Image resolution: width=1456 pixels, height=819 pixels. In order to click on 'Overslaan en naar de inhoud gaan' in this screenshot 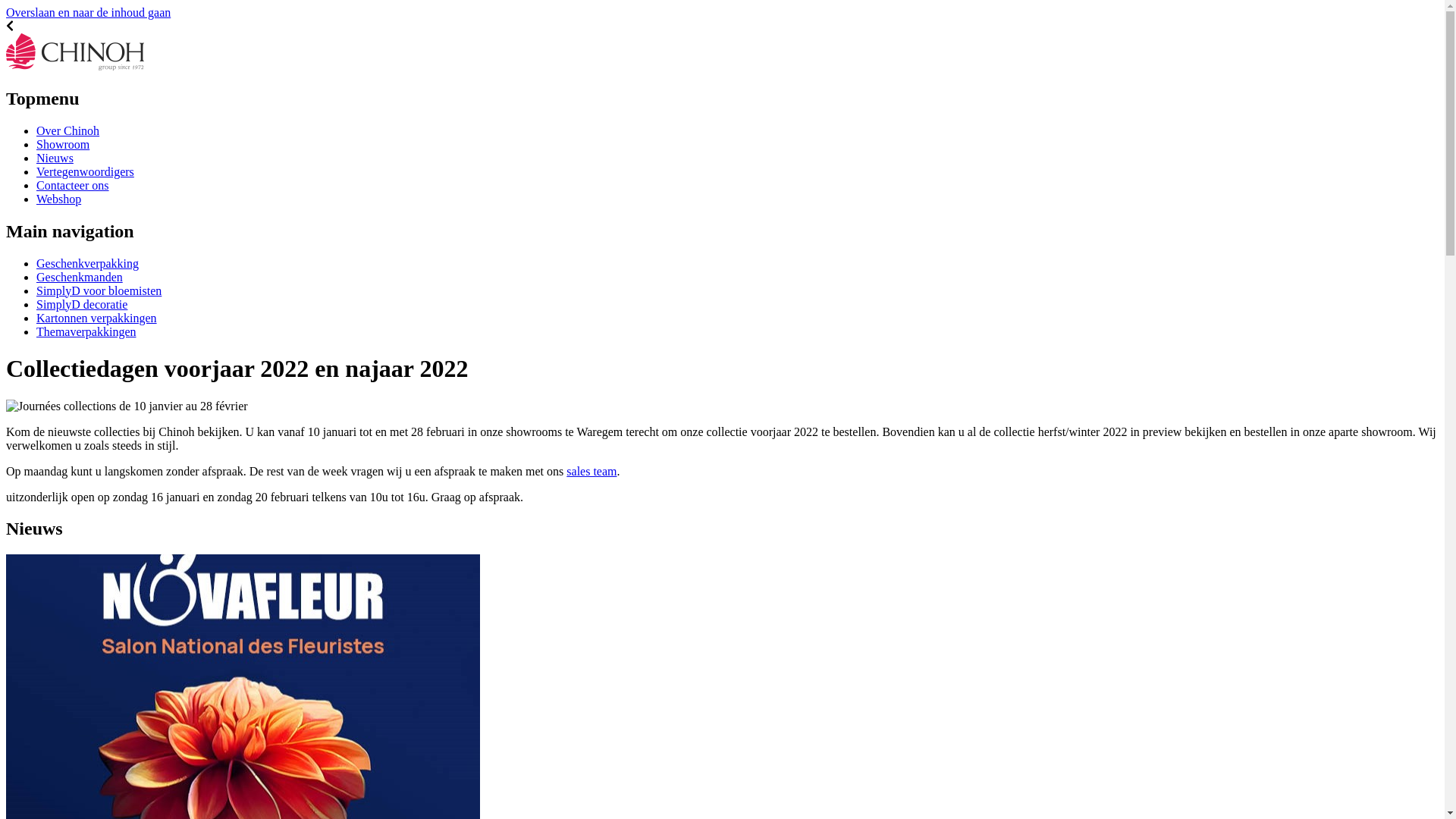, I will do `click(87, 12)`.